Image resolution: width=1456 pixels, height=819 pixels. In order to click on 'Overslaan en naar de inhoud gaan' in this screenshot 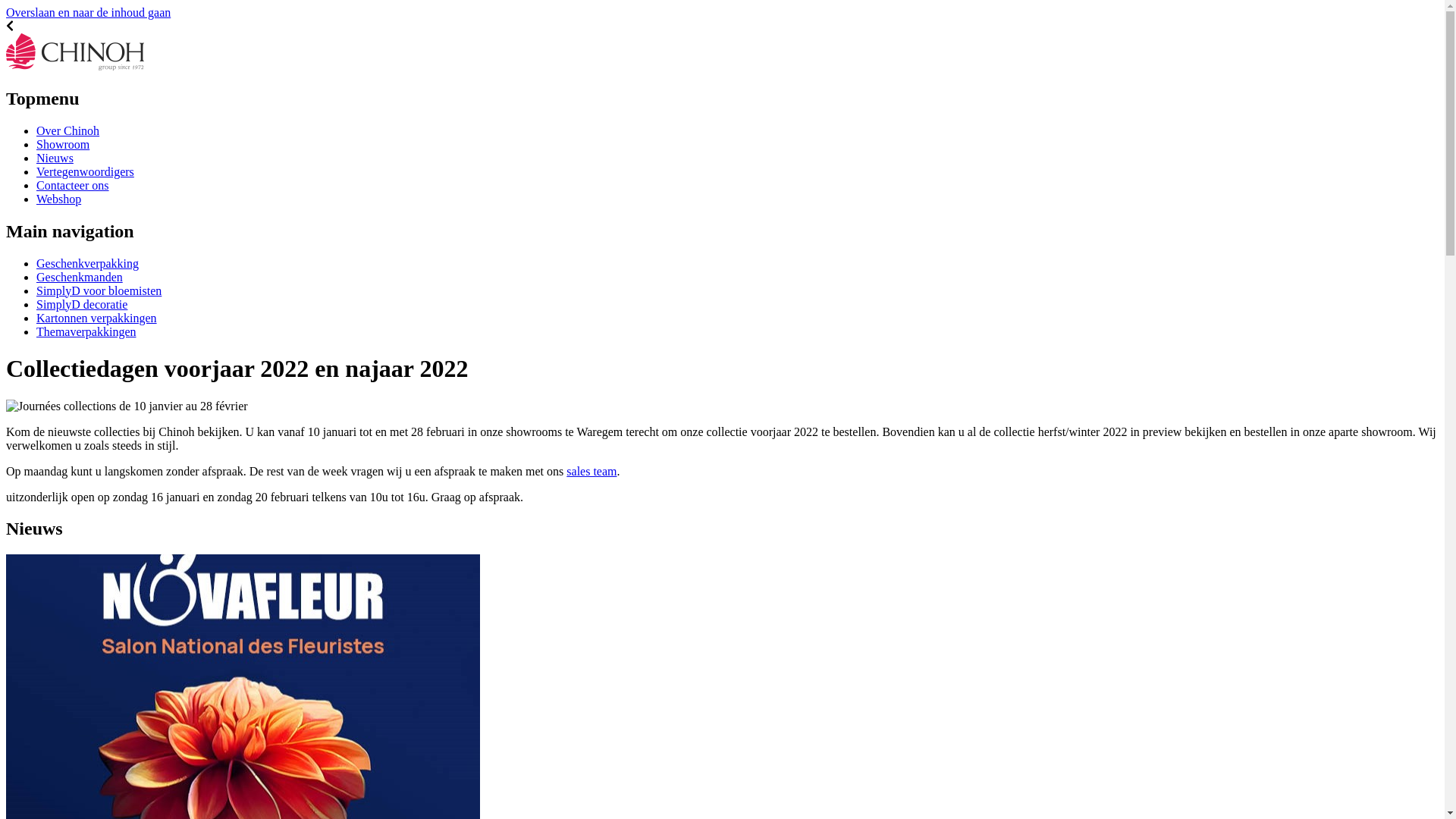, I will do `click(87, 12)`.